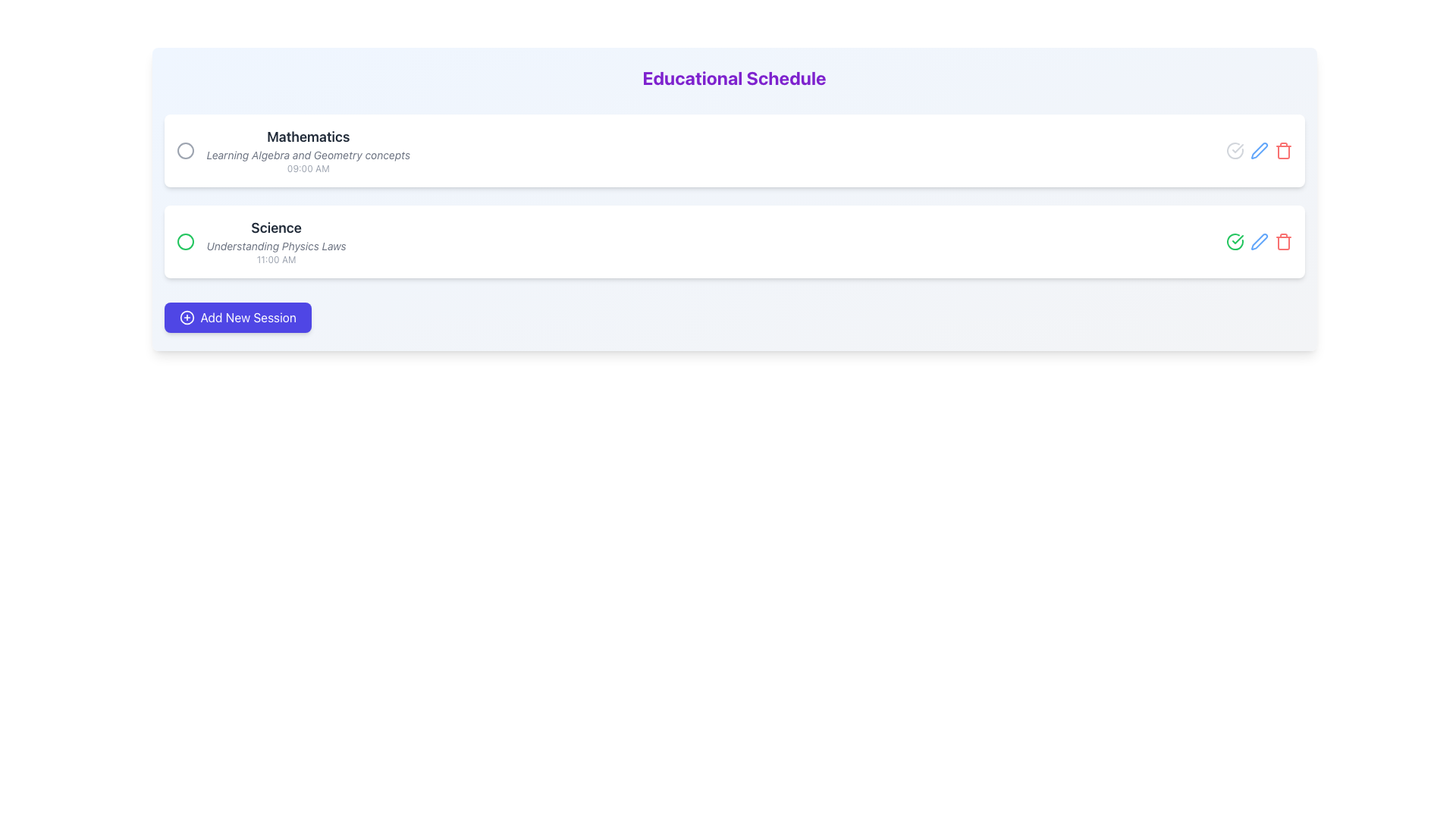 This screenshot has height=819, width=1456. Describe the element at coordinates (1259, 151) in the screenshot. I see `the second icon button in the horizontal set of controls to the right of the 'Mathematics' record to initiate editing` at that location.